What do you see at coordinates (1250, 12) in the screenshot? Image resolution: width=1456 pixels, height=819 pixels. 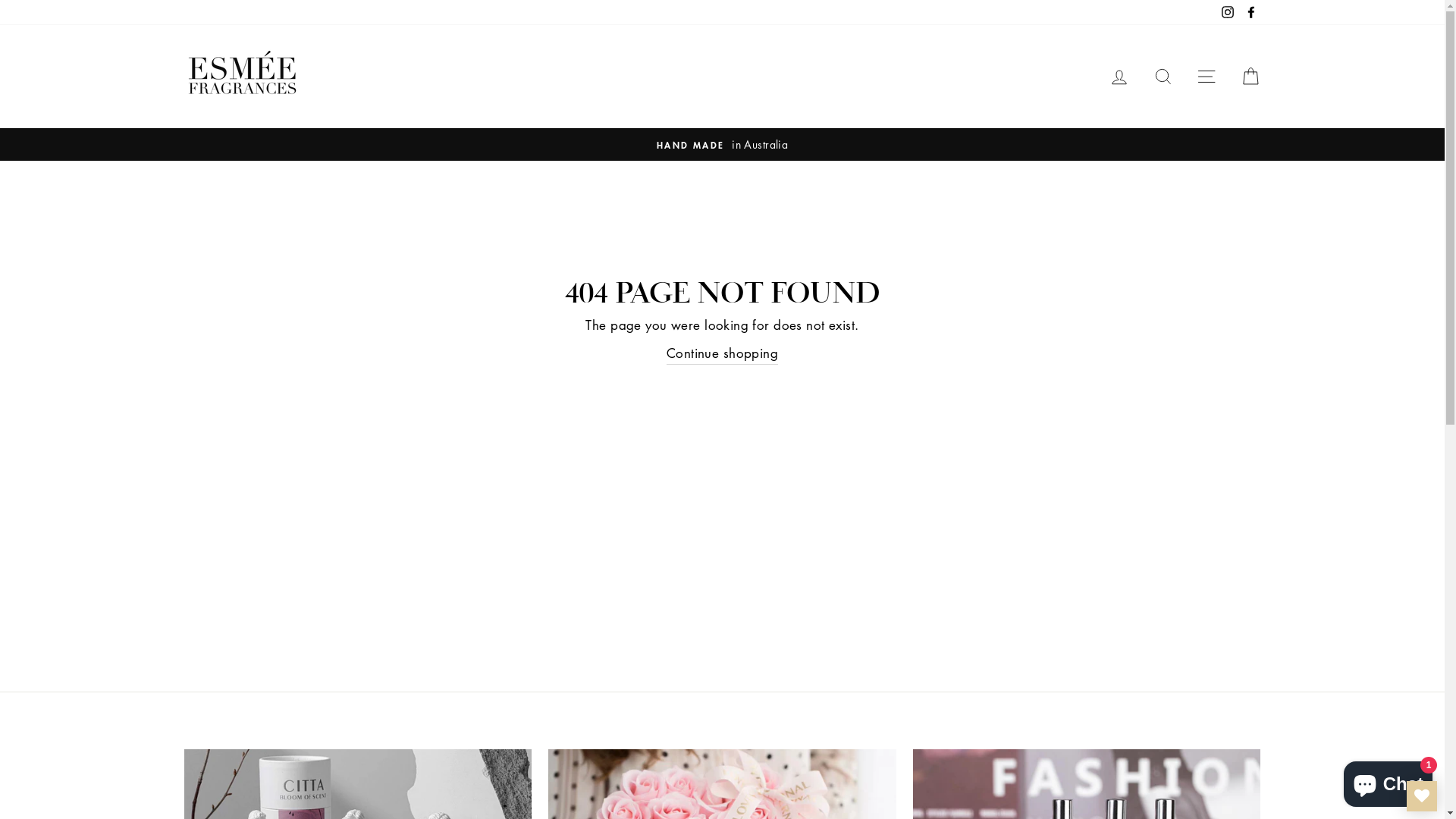 I see `'Facebook'` at bounding box center [1250, 12].